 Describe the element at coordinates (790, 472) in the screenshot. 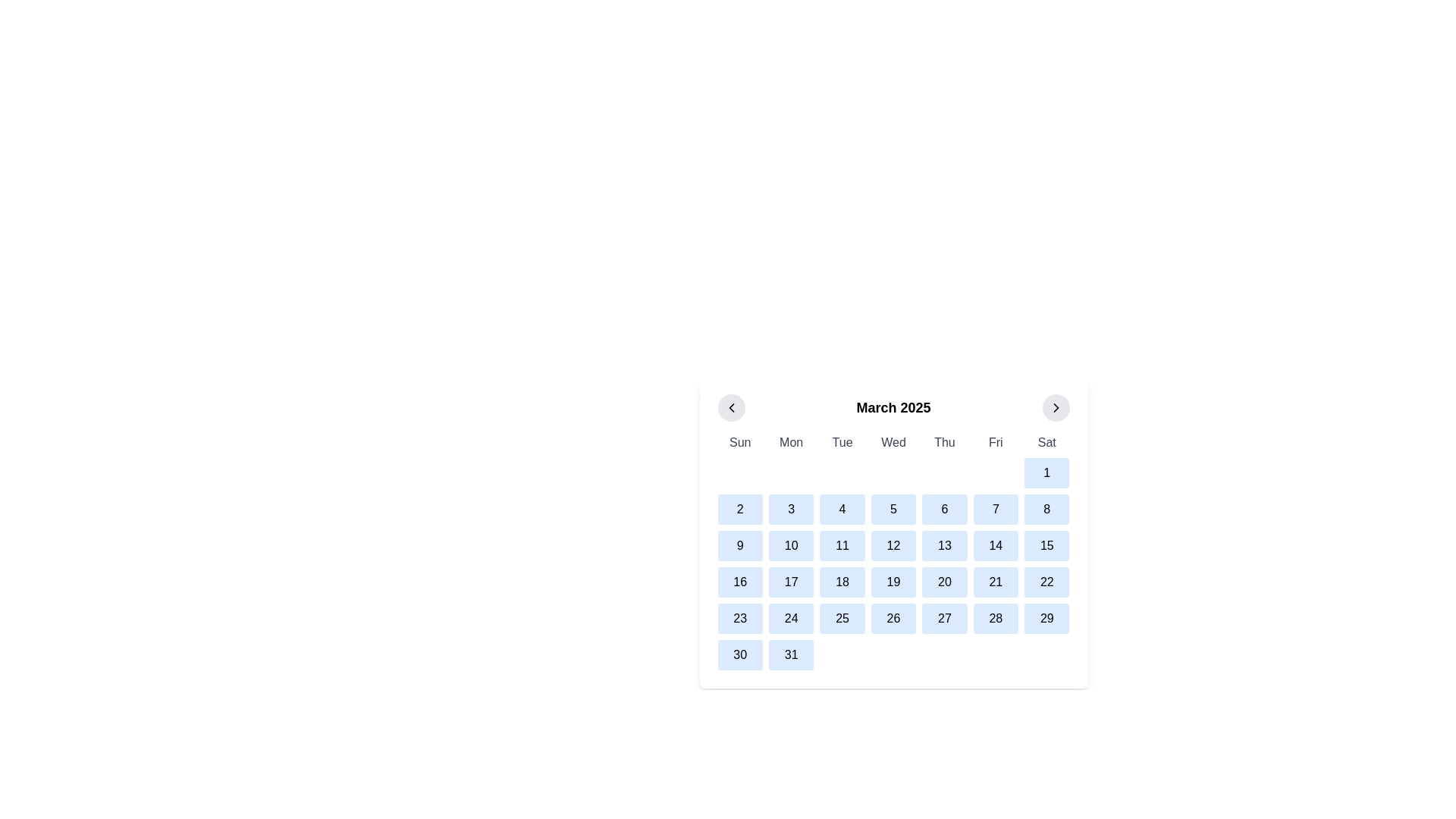

I see `the empty grid cell located directly below 'Mon' in the calendar layout, which is the second square in the first row of blank cells` at that location.